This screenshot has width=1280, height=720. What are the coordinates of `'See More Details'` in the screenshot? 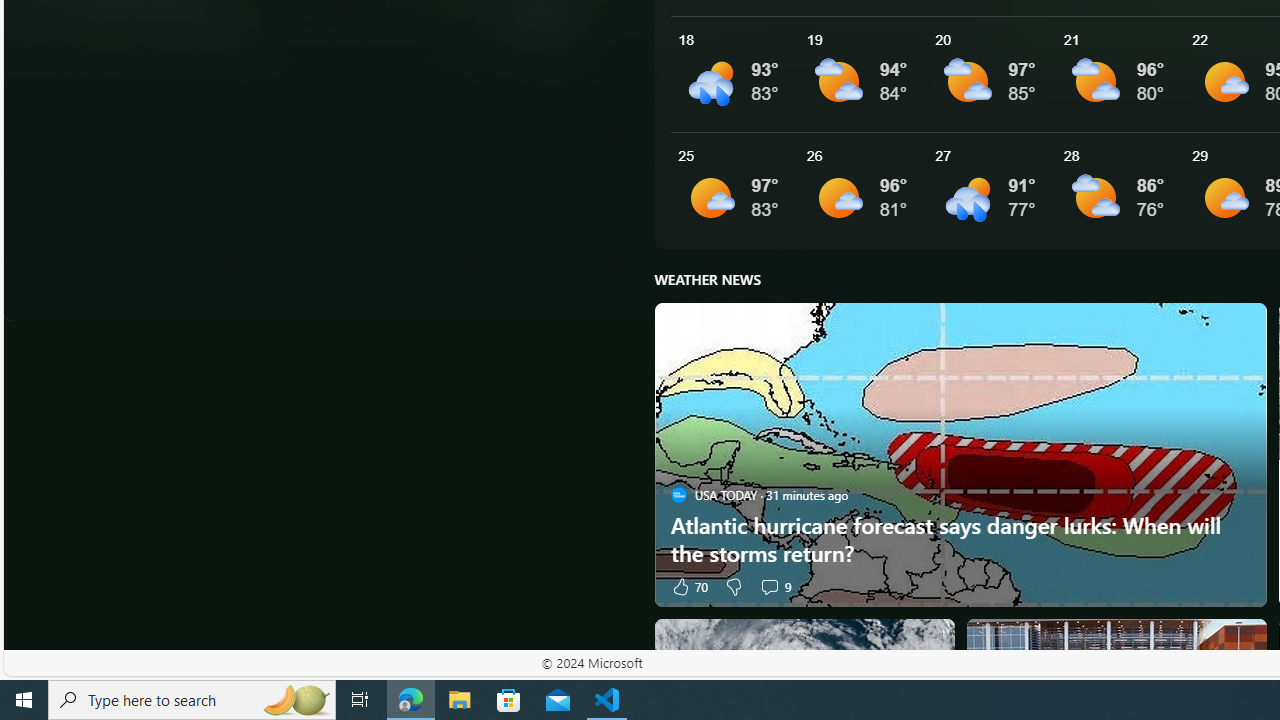 It's located at (1120, 190).